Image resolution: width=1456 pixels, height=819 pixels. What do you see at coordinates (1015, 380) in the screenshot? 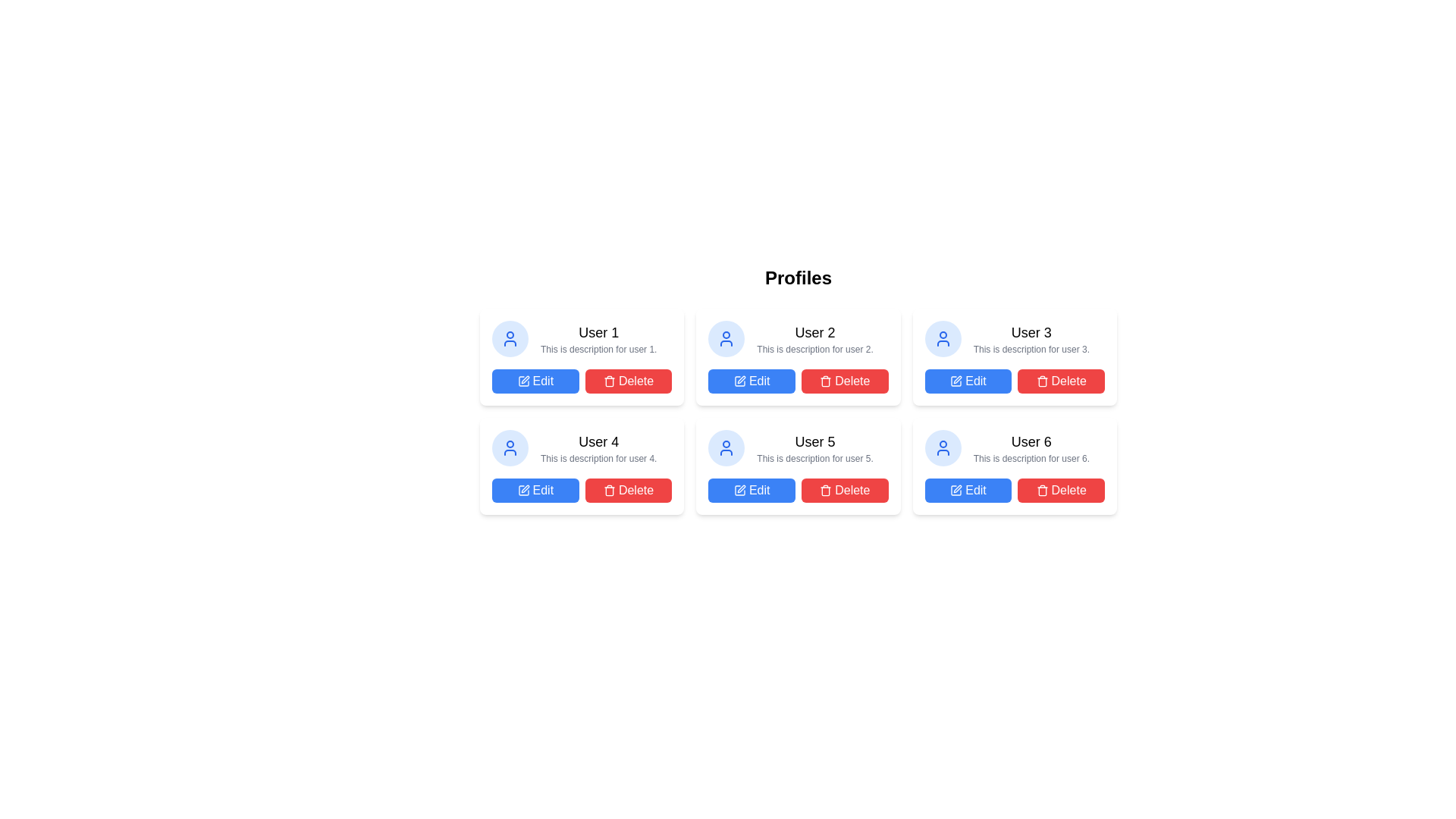
I see `the 'Delete' button in the Button Group located at the bottom section of the card for 'User 3'` at bounding box center [1015, 380].